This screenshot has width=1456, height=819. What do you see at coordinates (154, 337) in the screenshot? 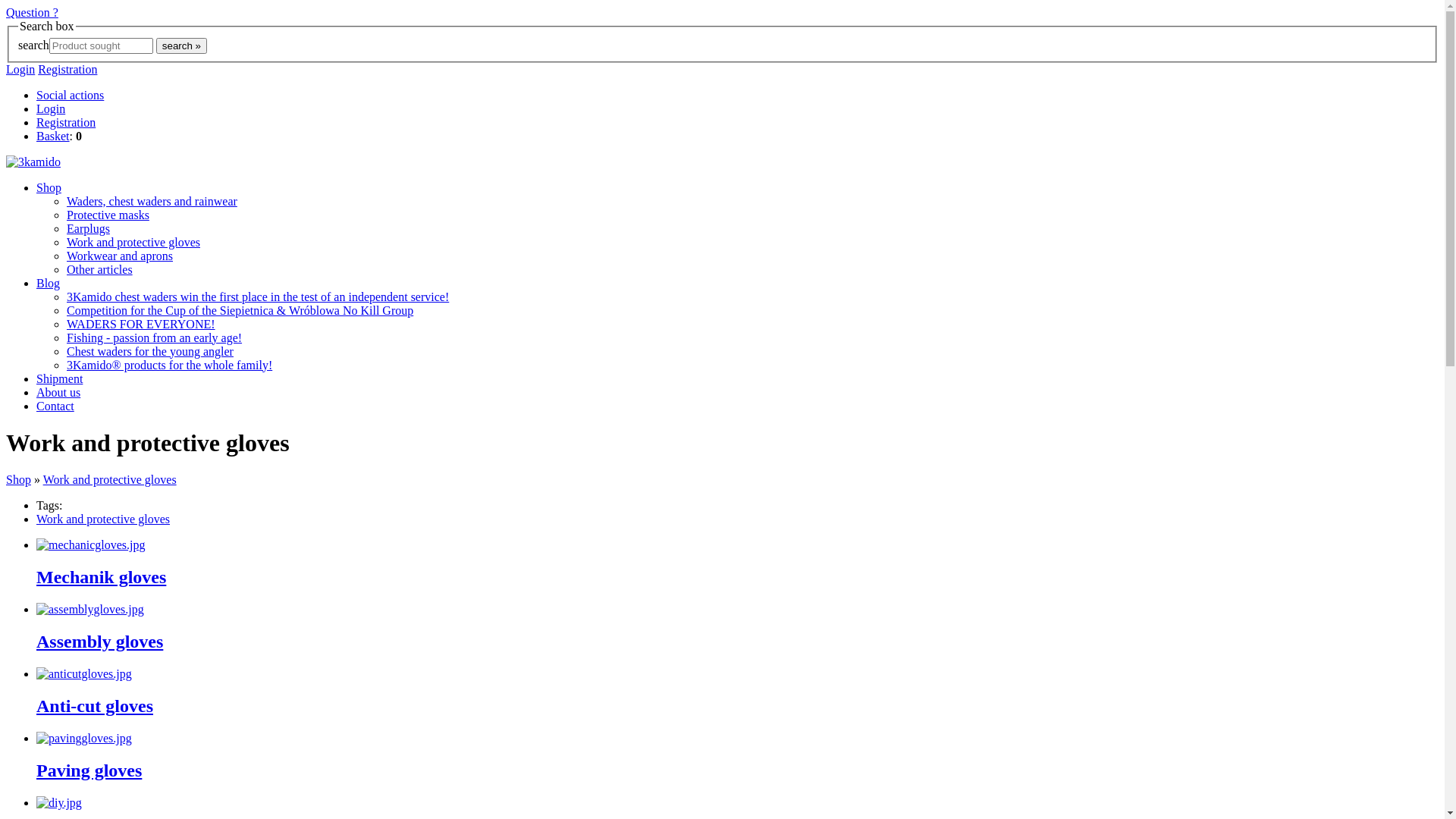
I see `'Fishing - passion from an early age!'` at bounding box center [154, 337].